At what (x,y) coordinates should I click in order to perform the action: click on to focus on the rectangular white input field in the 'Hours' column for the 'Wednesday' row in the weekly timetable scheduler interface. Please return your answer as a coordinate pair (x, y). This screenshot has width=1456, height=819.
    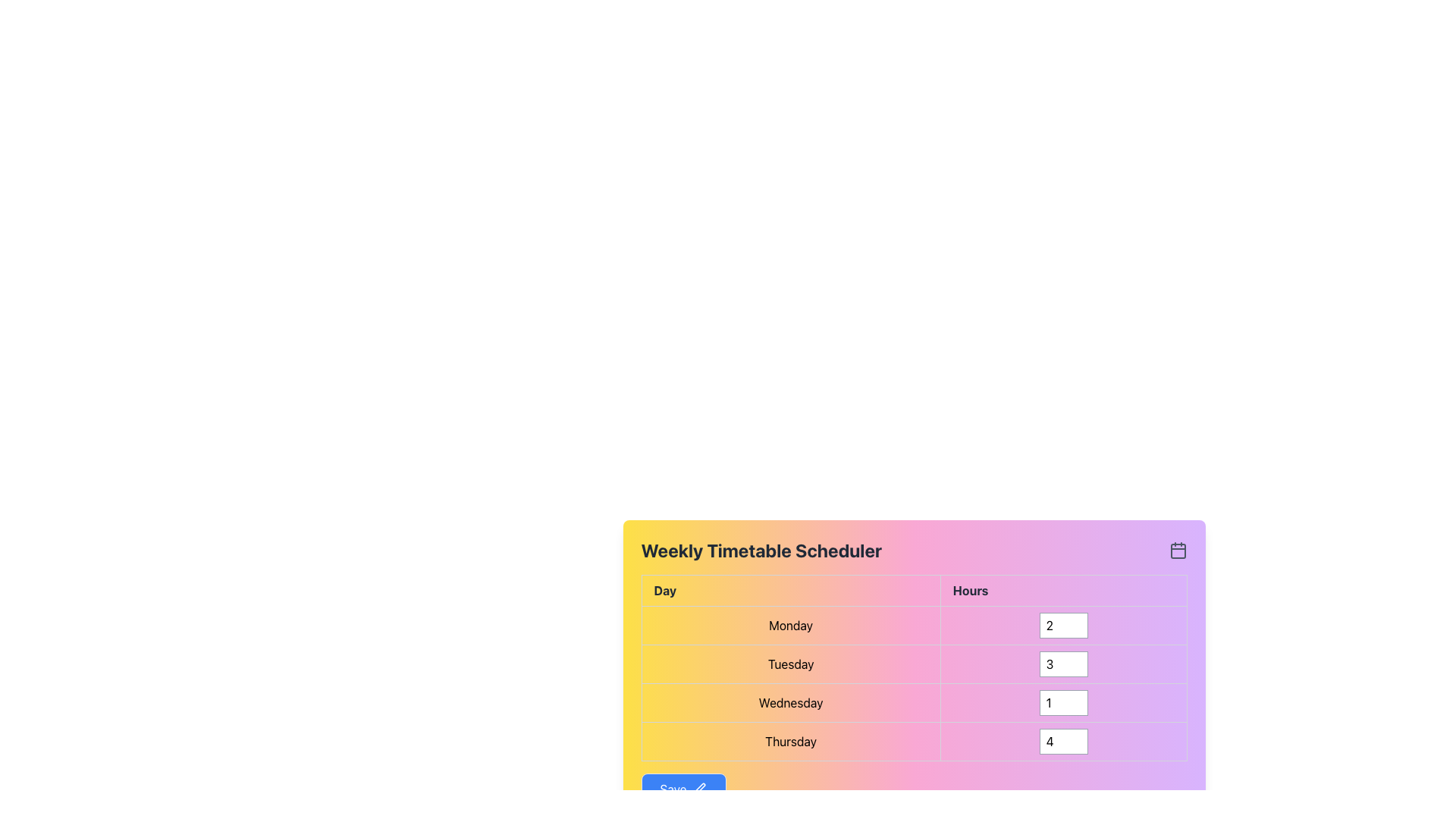
    Looking at the image, I should click on (1062, 702).